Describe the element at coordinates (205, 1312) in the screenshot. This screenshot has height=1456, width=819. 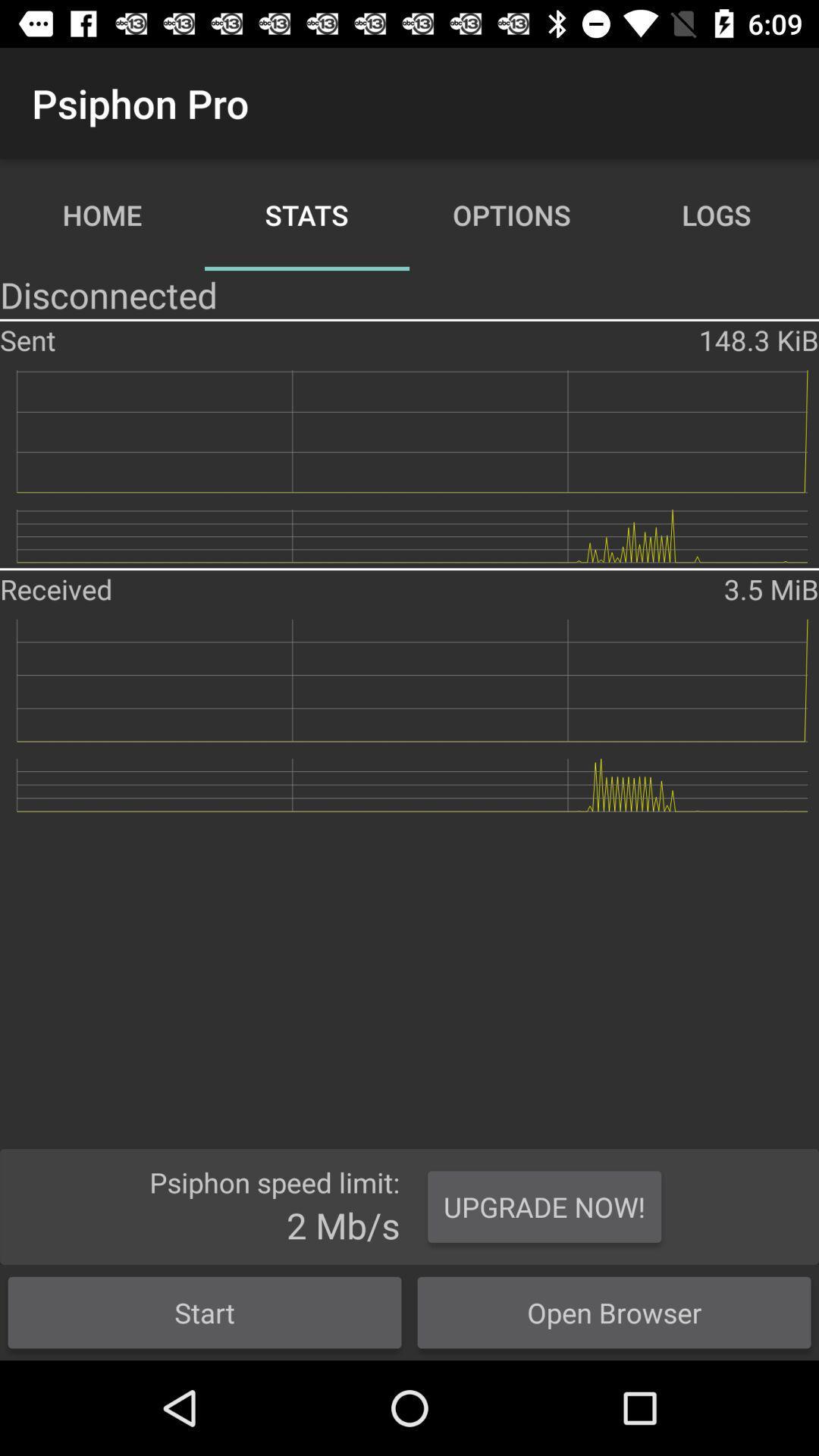
I see `start button` at that location.